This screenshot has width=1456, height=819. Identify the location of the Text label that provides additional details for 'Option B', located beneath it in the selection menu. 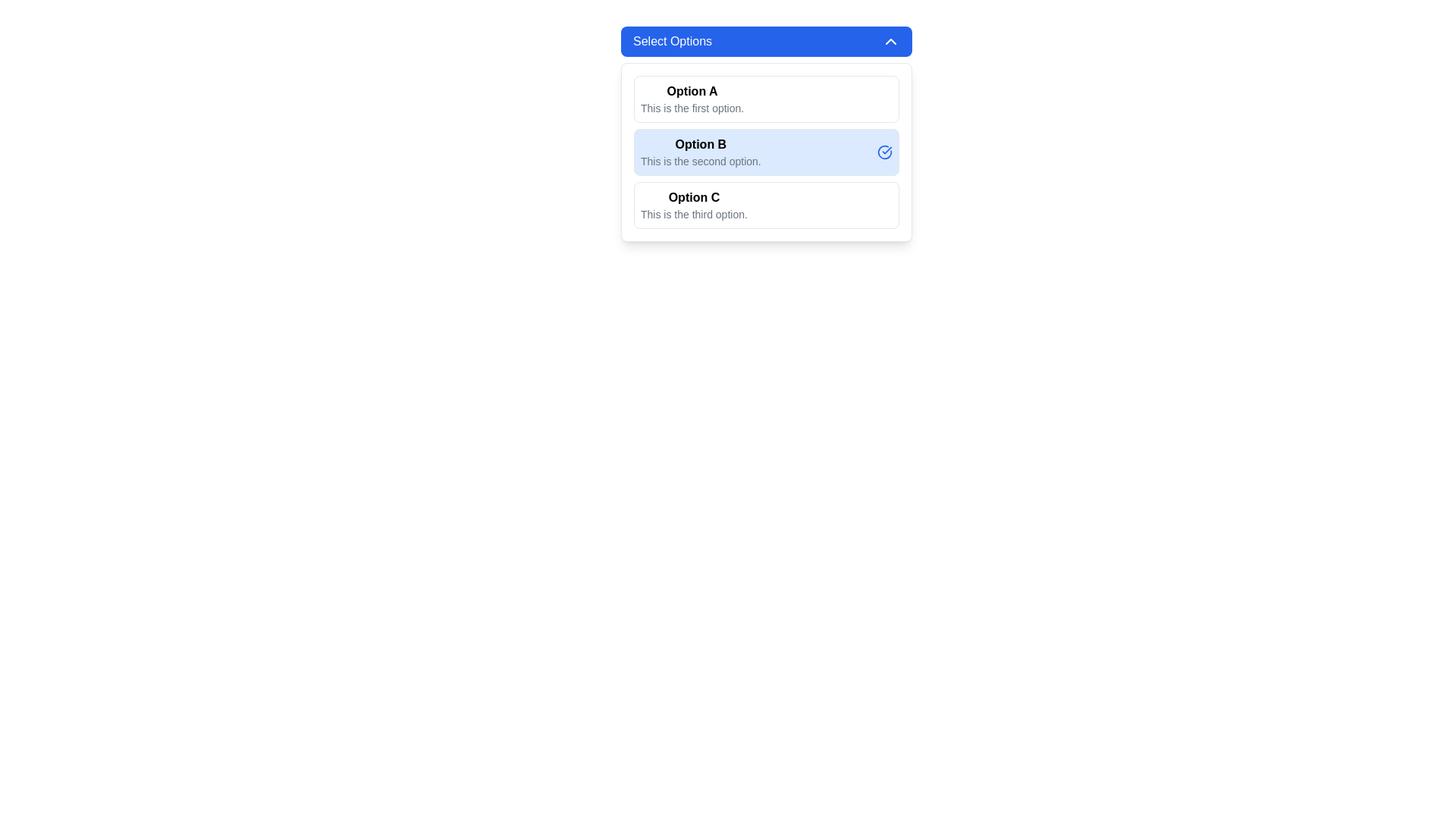
(700, 161).